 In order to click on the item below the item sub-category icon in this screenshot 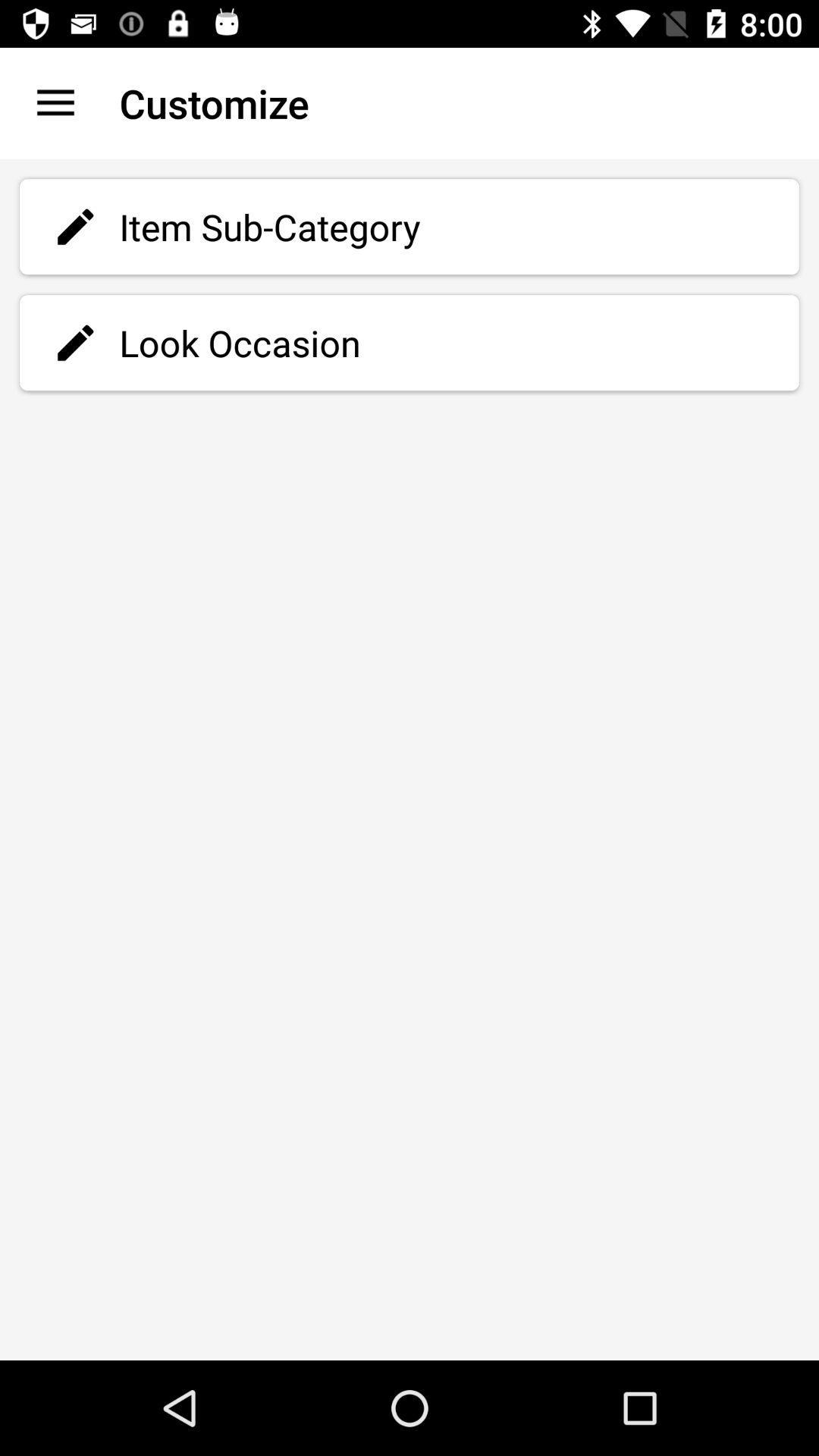, I will do `click(409, 342)`.